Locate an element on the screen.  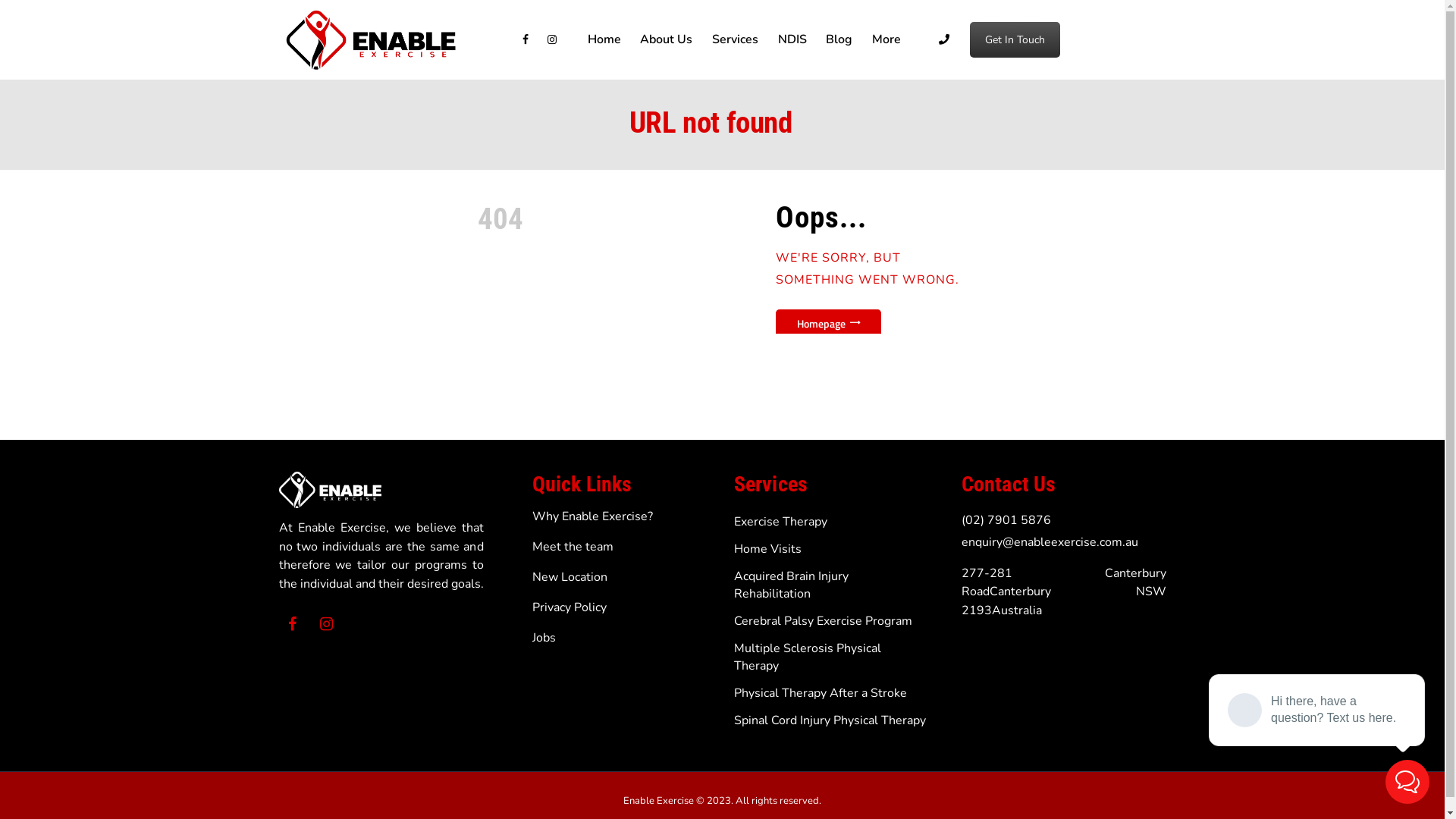
'Why Enable Exercise?' is located at coordinates (591, 516).